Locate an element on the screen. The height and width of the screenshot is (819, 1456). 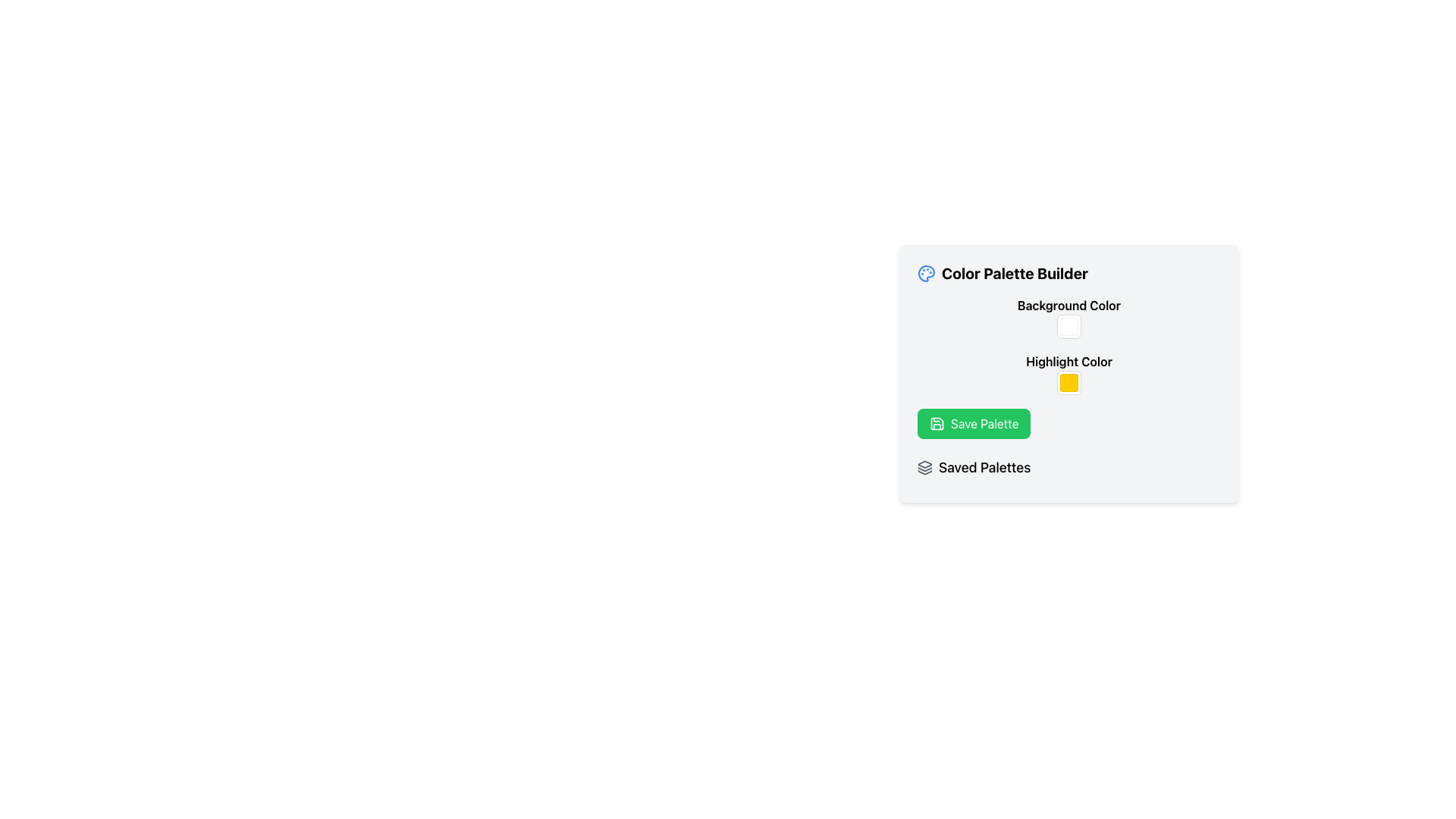
the Color Picker Trigger located in the 'Highlight Color' section of the color palette builder card is located at coordinates (1068, 382).